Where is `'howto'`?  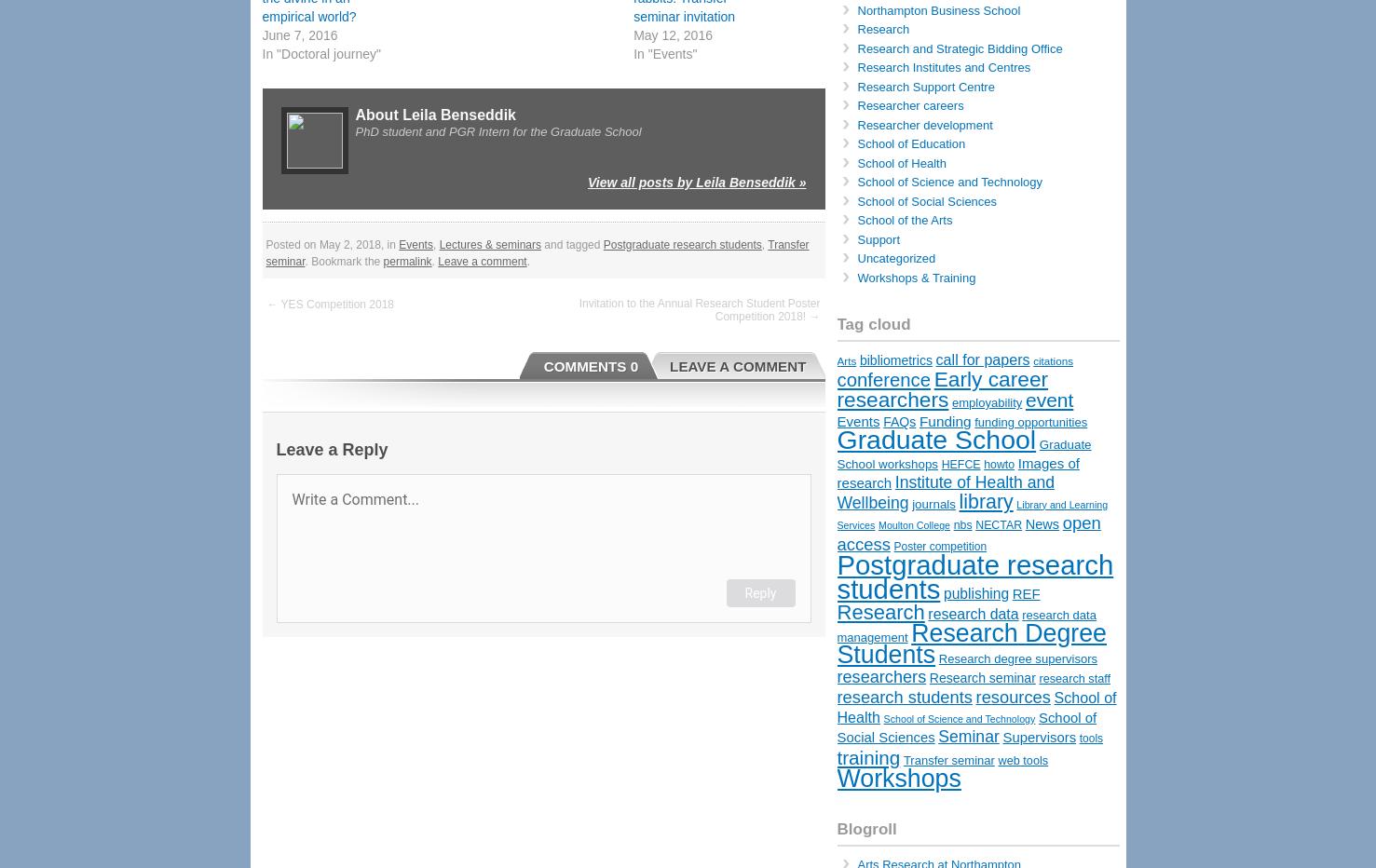
'howto' is located at coordinates (999, 462).